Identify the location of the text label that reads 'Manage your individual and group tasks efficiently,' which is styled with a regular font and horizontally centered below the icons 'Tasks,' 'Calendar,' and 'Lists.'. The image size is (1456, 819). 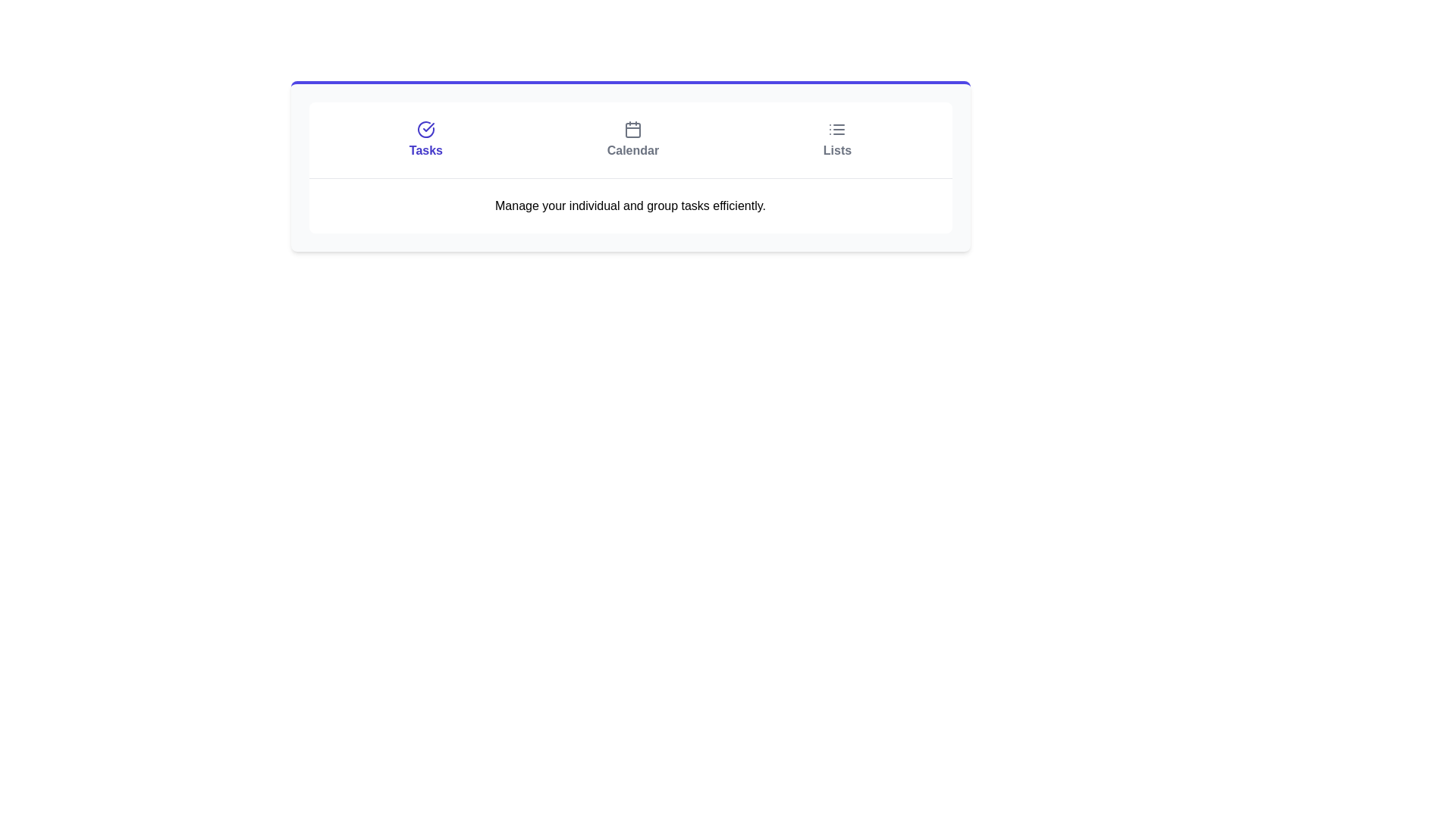
(630, 206).